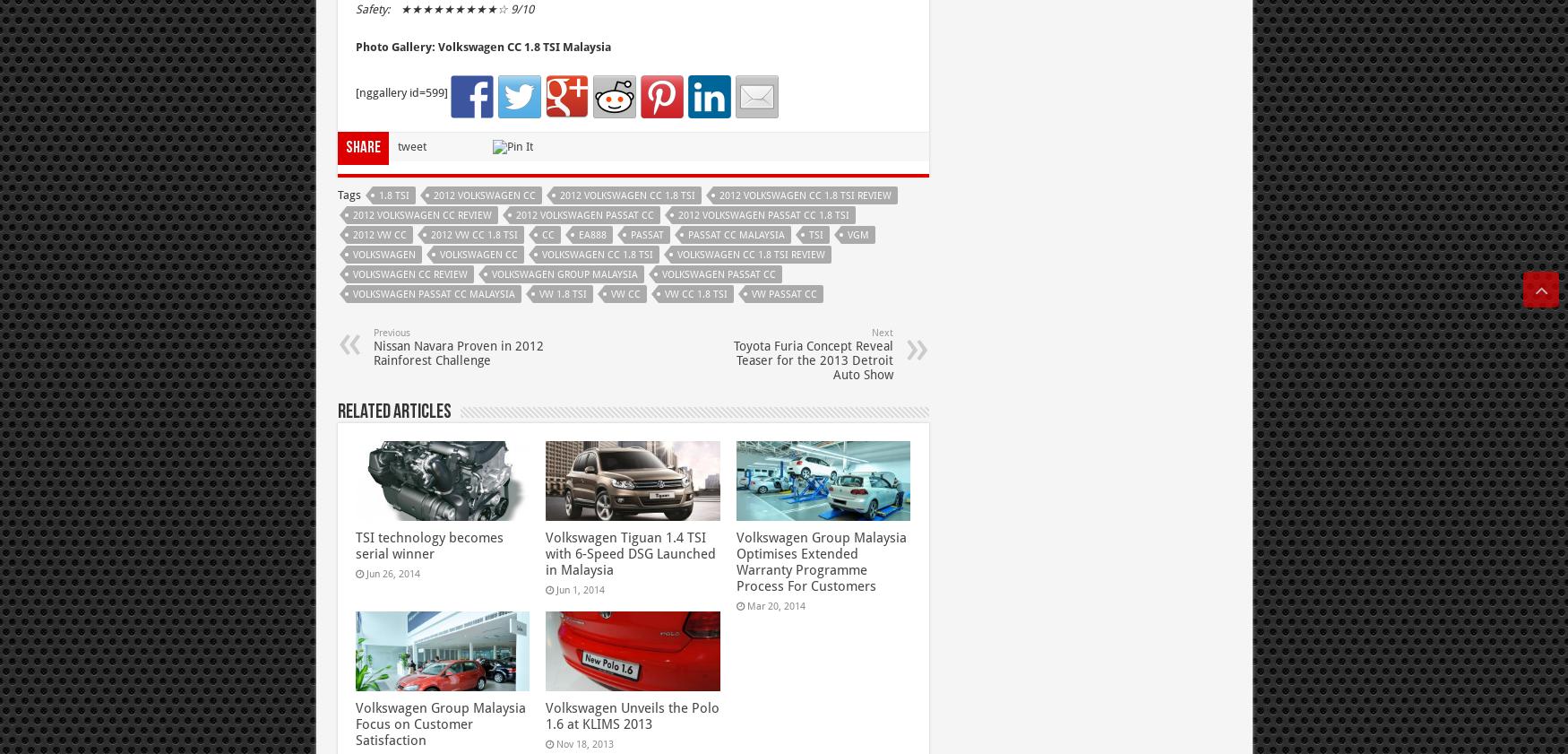  I want to click on '2012 Volkswagen Passat CC', so click(583, 213).